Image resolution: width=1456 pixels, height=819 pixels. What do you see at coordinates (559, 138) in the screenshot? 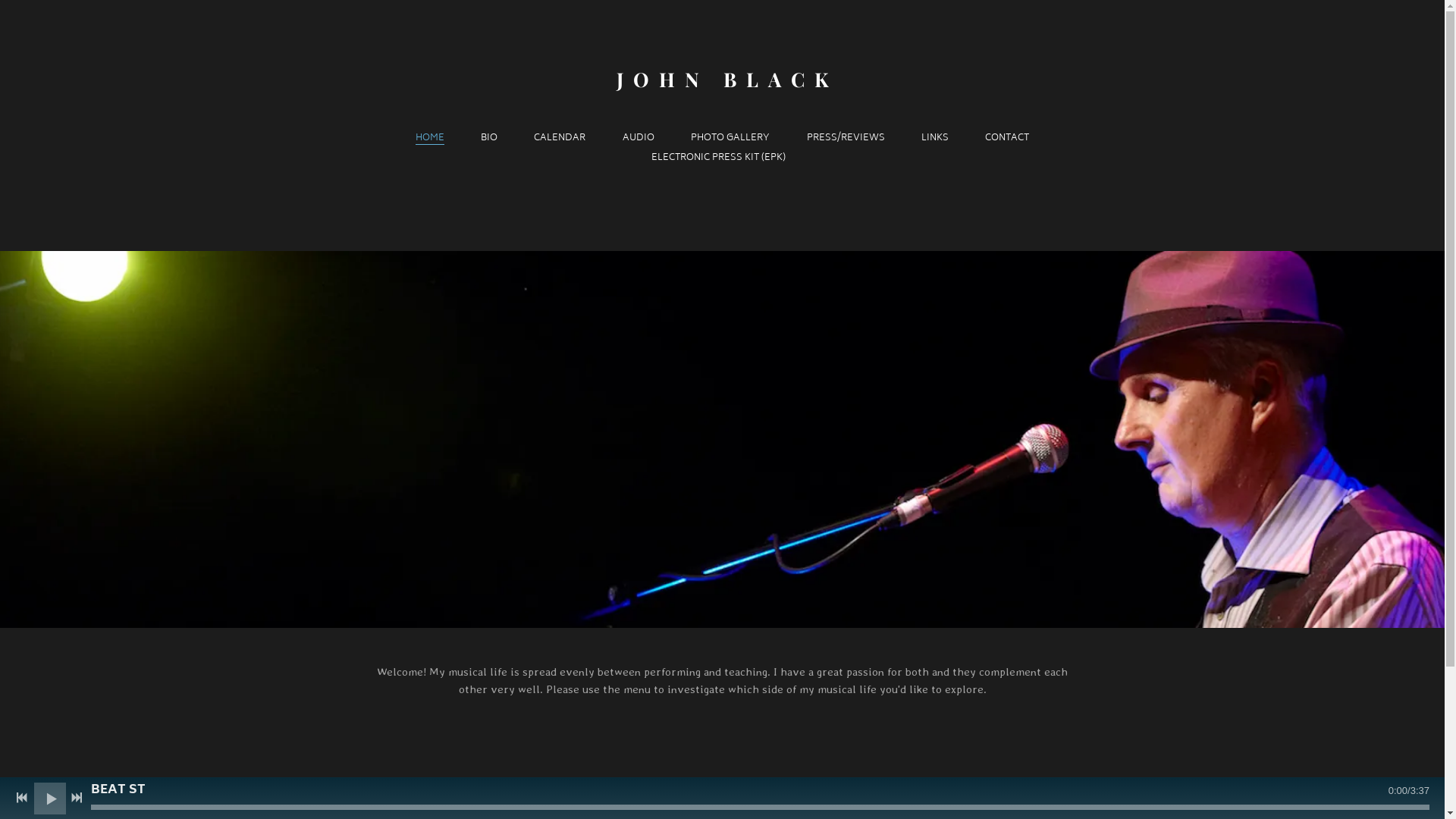
I see `'CALENDAR'` at bounding box center [559, 138].